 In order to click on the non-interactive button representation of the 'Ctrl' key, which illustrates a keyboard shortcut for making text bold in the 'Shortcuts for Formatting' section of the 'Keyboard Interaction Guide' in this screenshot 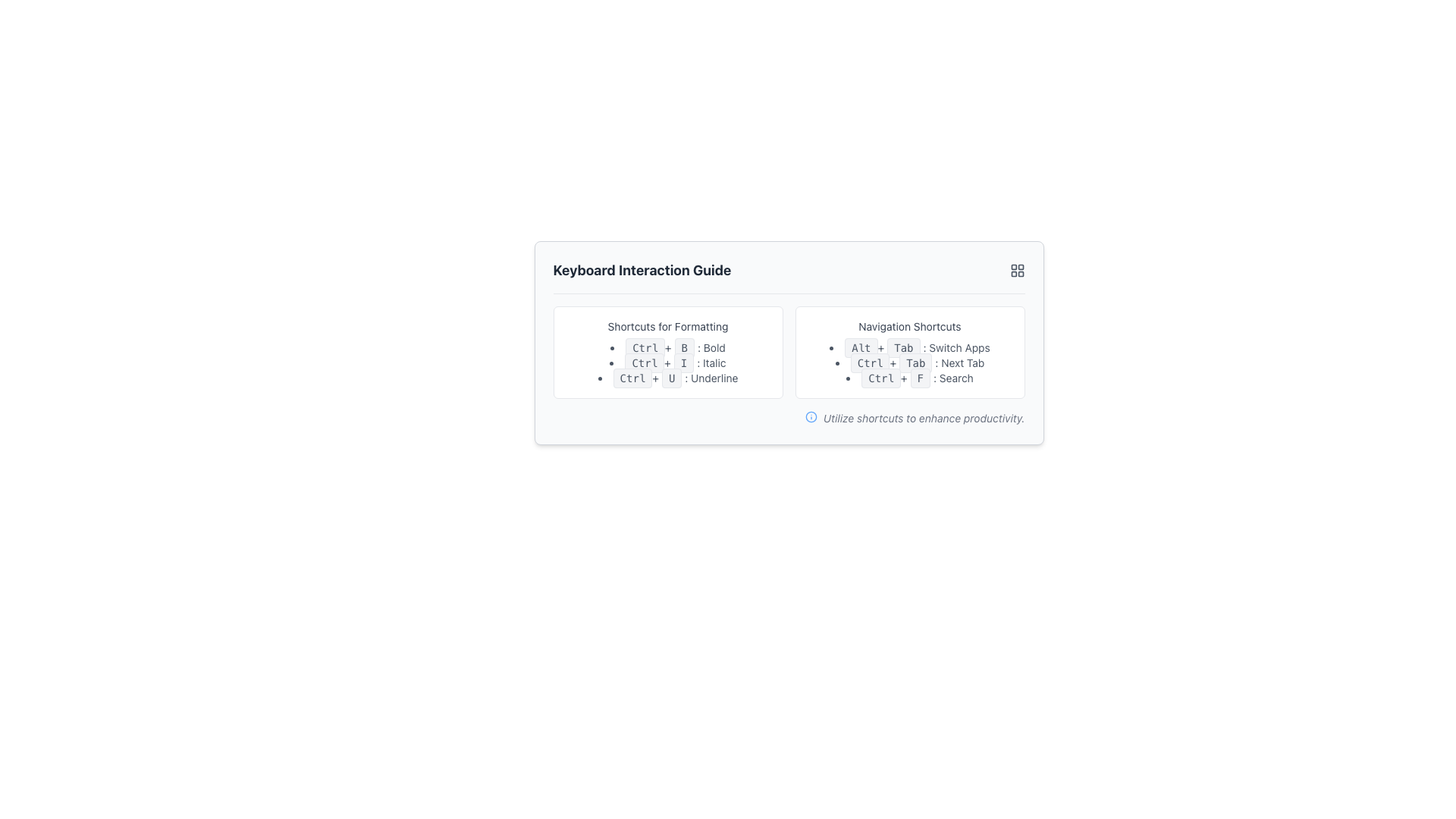, I will do `click(645, 348)`.